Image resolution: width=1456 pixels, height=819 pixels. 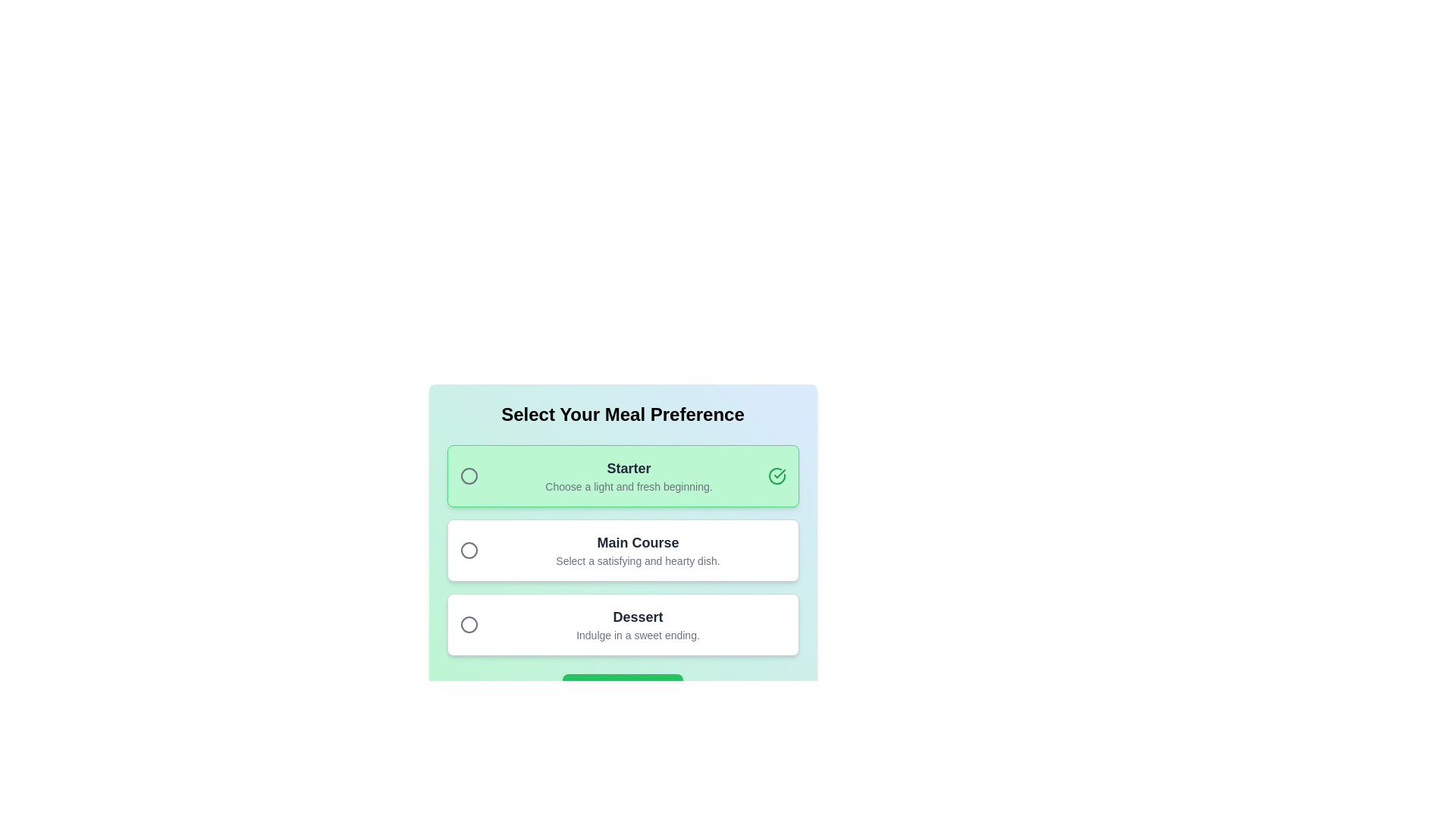 What do you see at coordinates (468, 550) in the screenshot?
I see `the unselected radio button icon located to the left of the 'Main Course' option in the meal preference selection` at bounding box center [468, 550].